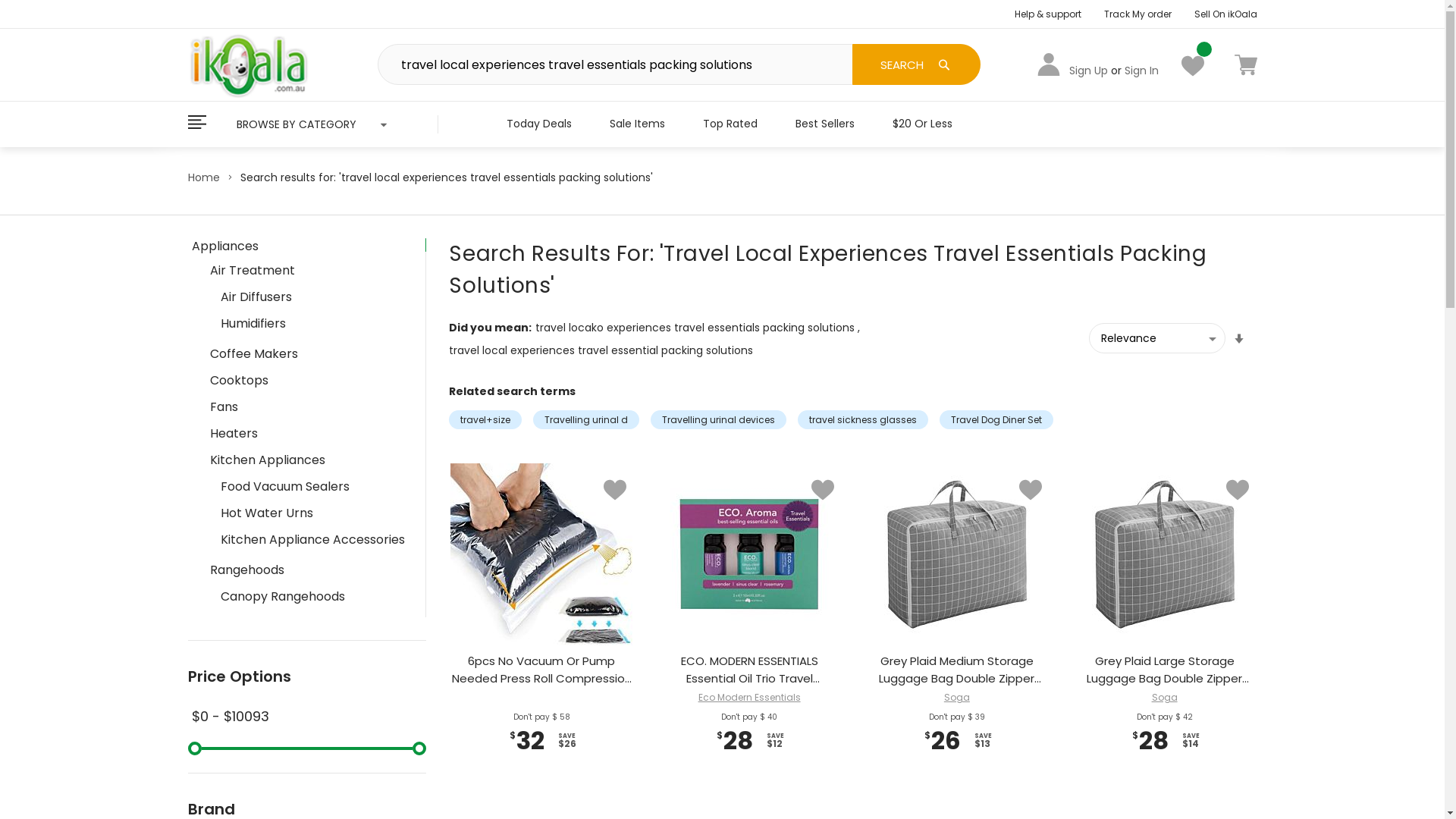  What do you see at coordinates (730, 122) in the screenshot?
I see `'Top Rated'` at bounding box center [730, 122].